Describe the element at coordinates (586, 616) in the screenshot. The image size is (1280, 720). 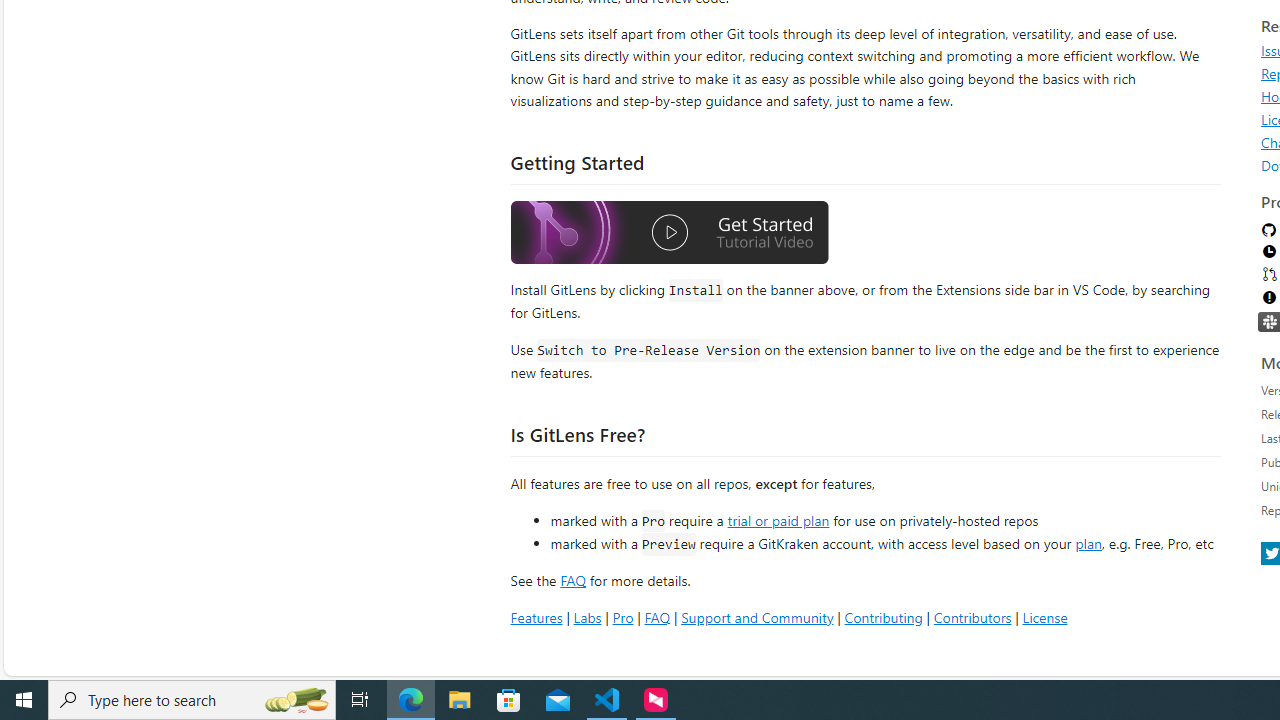
I see `'Labs'` at that location.